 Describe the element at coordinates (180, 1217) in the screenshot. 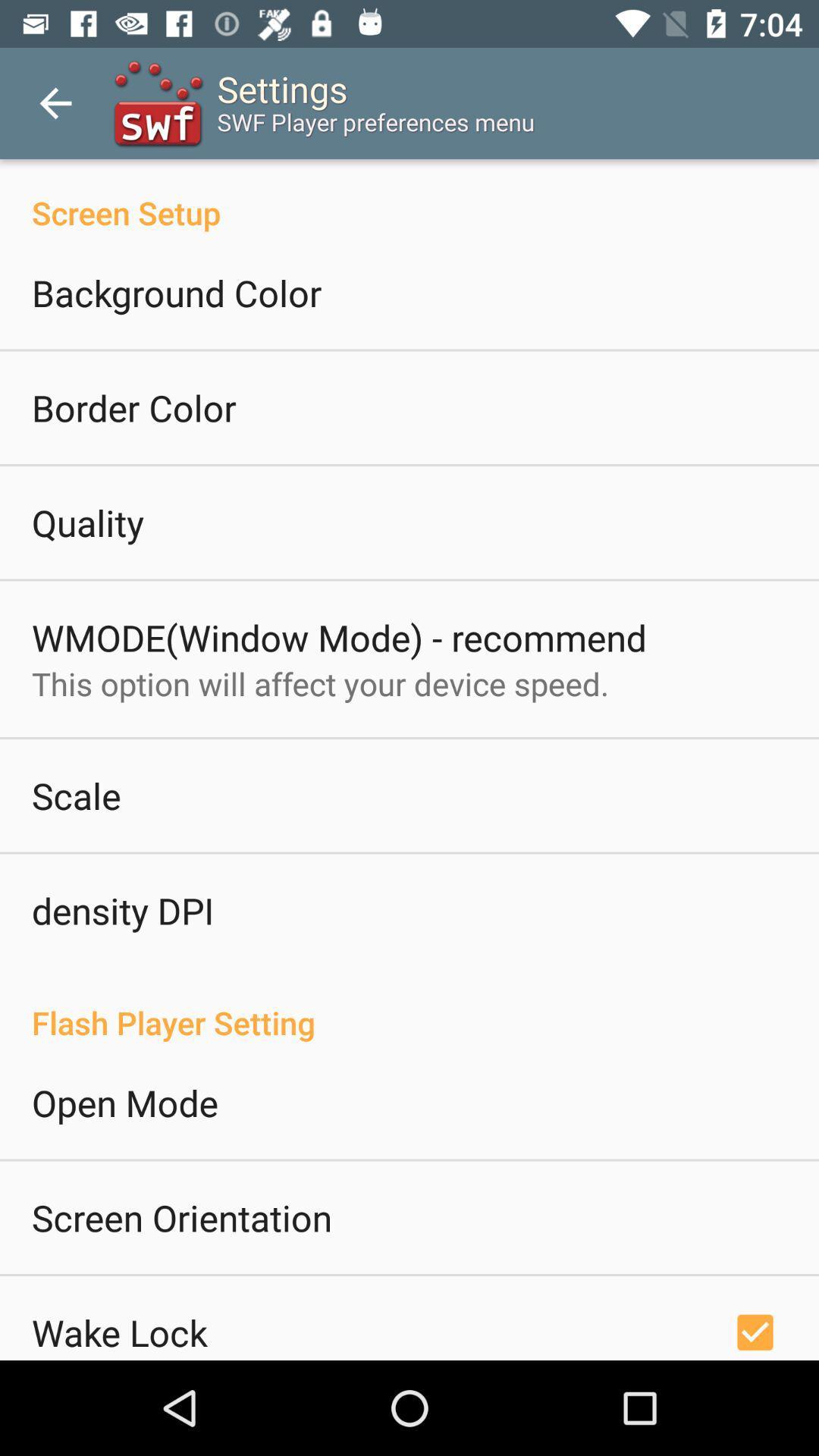

I see `screen orientation icon` at that location.